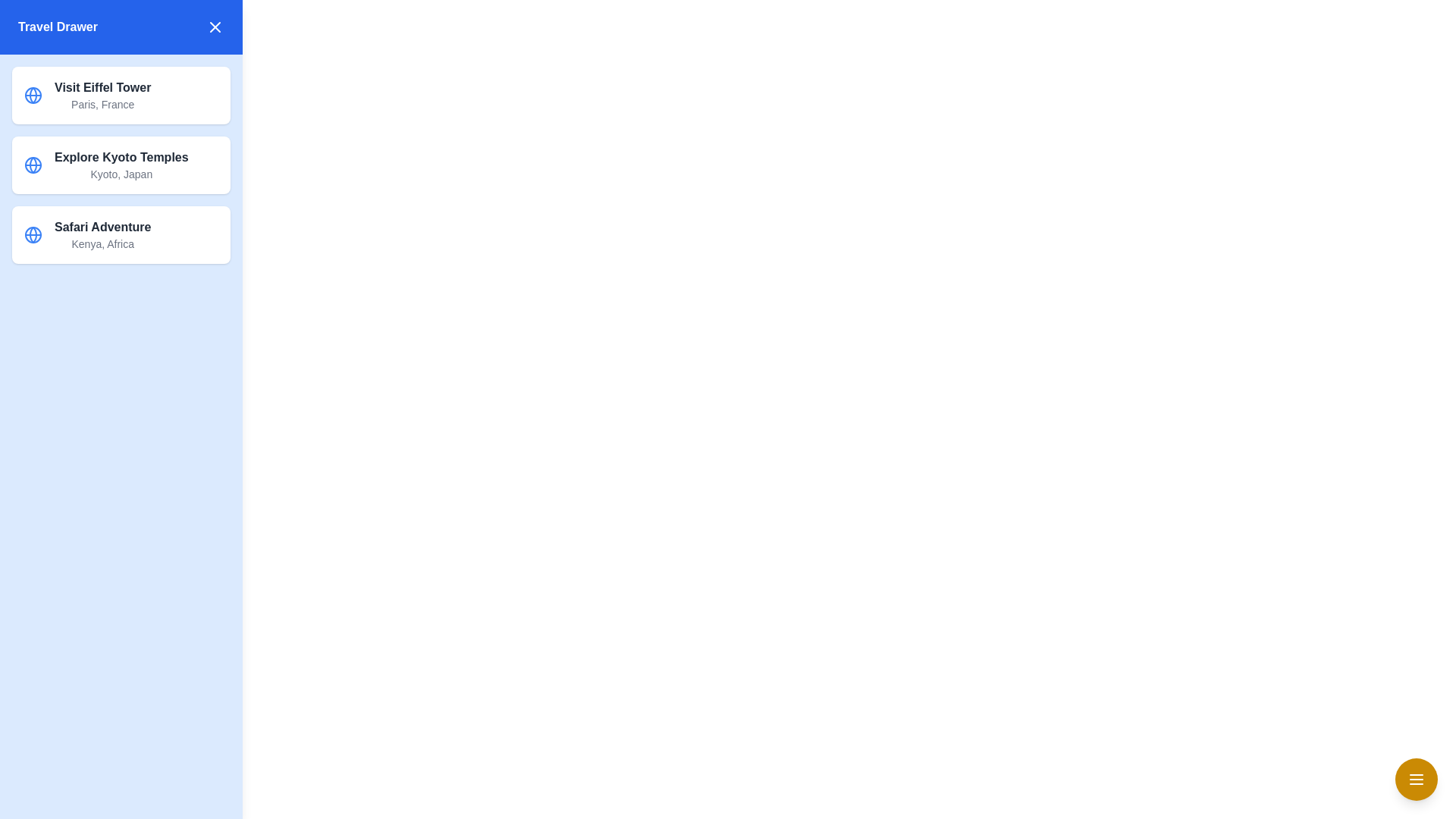 This screenshot has width=1456, height=819. I want to click on the close button represented by an 'X' icon located at the top-right corner of the blue navigation drawer header labeled 'Travel Drawer', so click(214, 27).